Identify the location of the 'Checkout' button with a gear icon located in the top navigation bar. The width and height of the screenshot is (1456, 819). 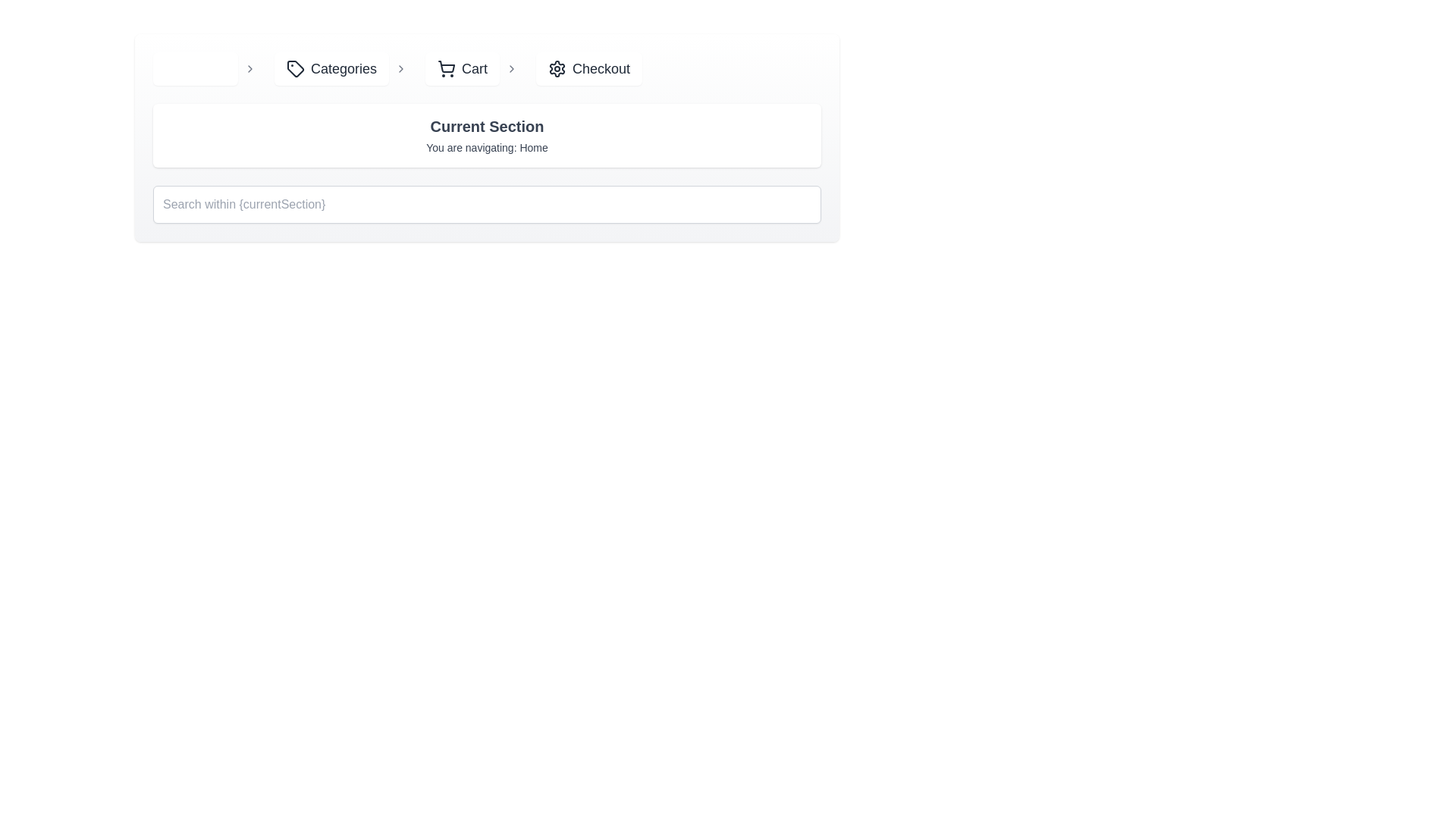
(588, 69).